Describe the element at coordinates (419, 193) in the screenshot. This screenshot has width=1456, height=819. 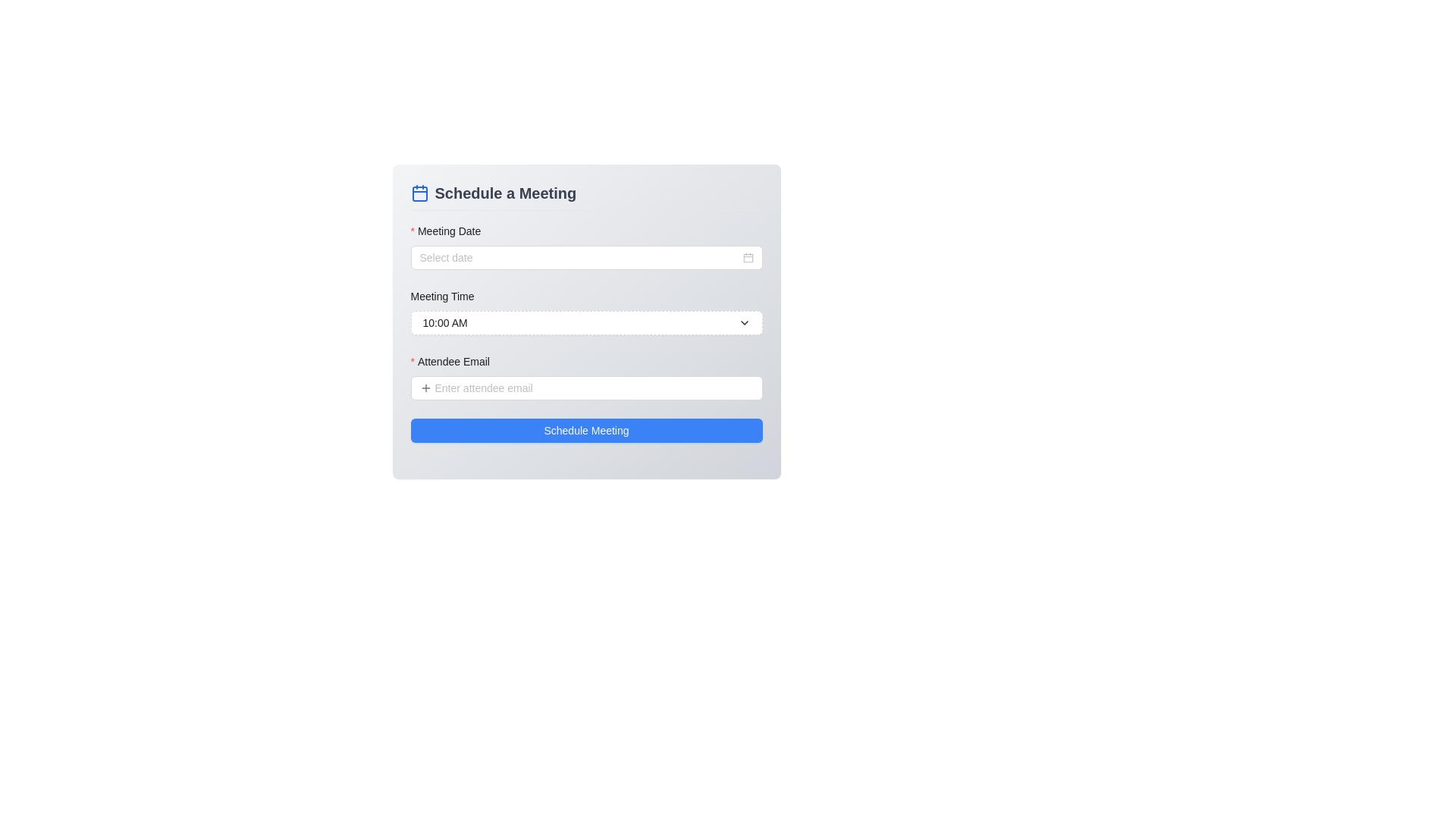
I see `the light gray rounded rectangular detail within the calendar icon, which is located to the left of the 'Schedule a Meeting' heading` at that location.